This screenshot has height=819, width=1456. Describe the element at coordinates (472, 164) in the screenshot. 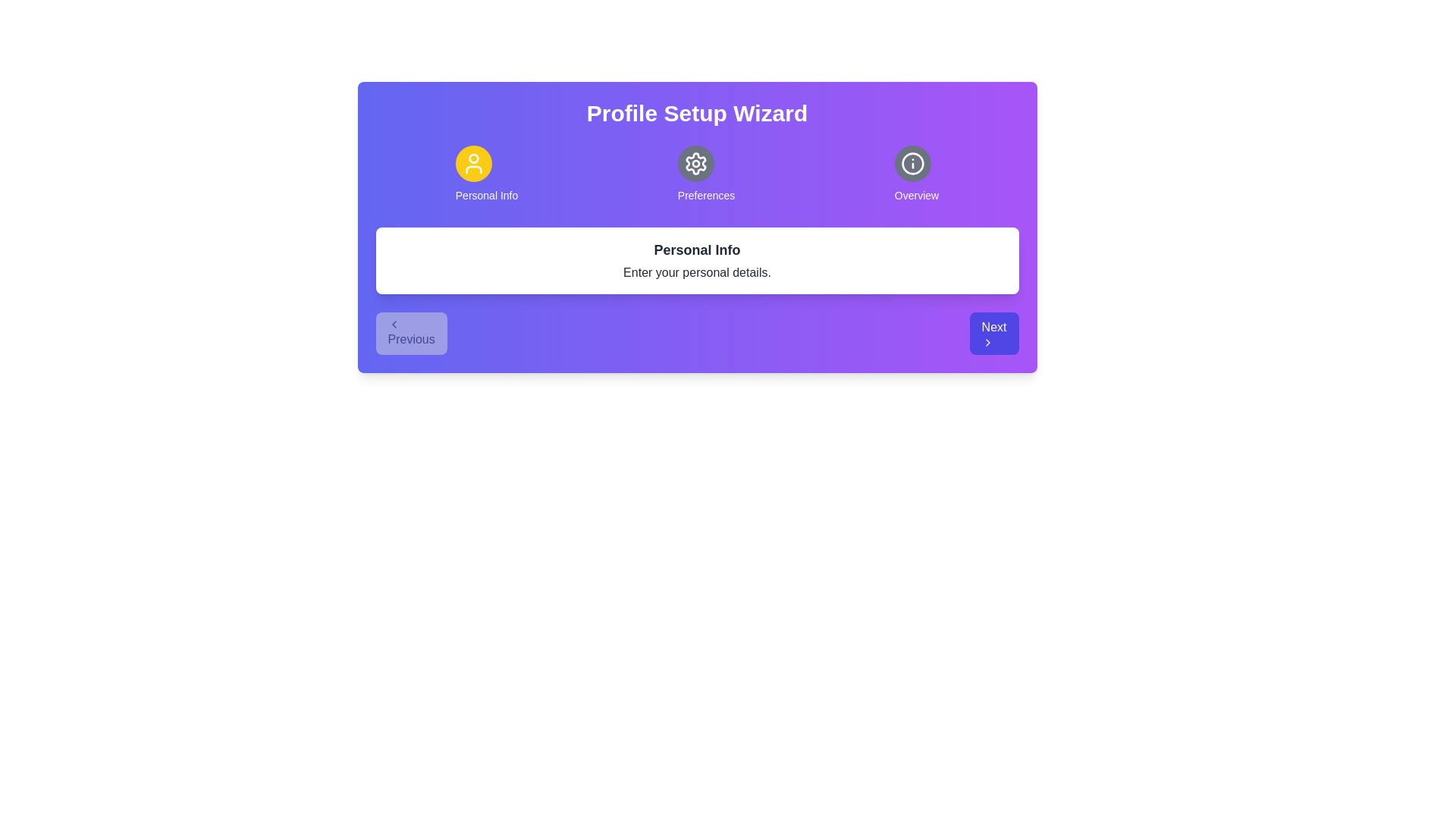

I see `the icon representing Personal Info to explore its hover effects or tooltips` at that location.